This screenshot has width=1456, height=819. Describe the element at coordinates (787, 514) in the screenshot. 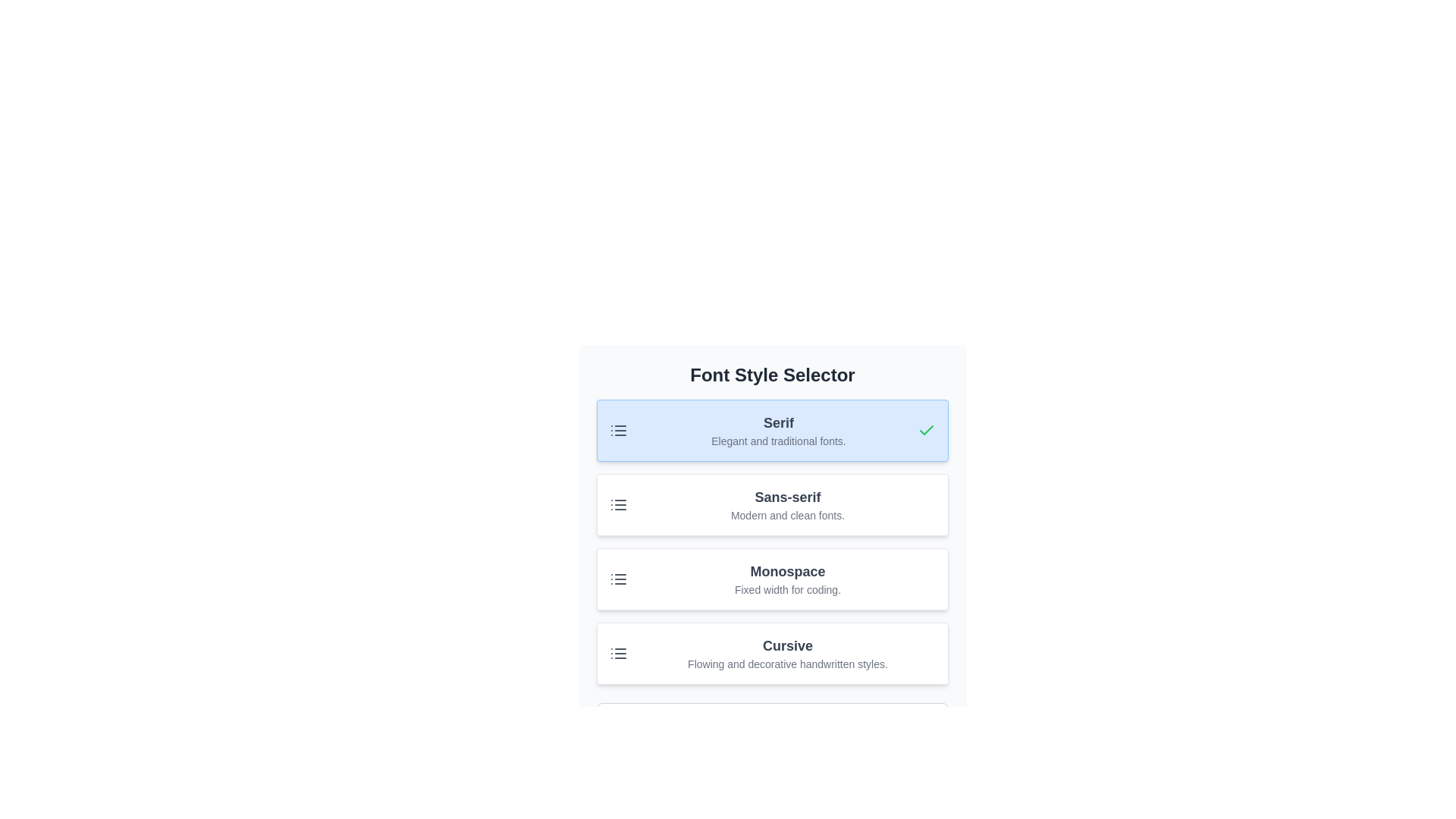

I see `the descriptive text label for the 'Sans-serif' font style option, which highlights its features as modern and clean, located in the second list entry of the font selector` at that location.